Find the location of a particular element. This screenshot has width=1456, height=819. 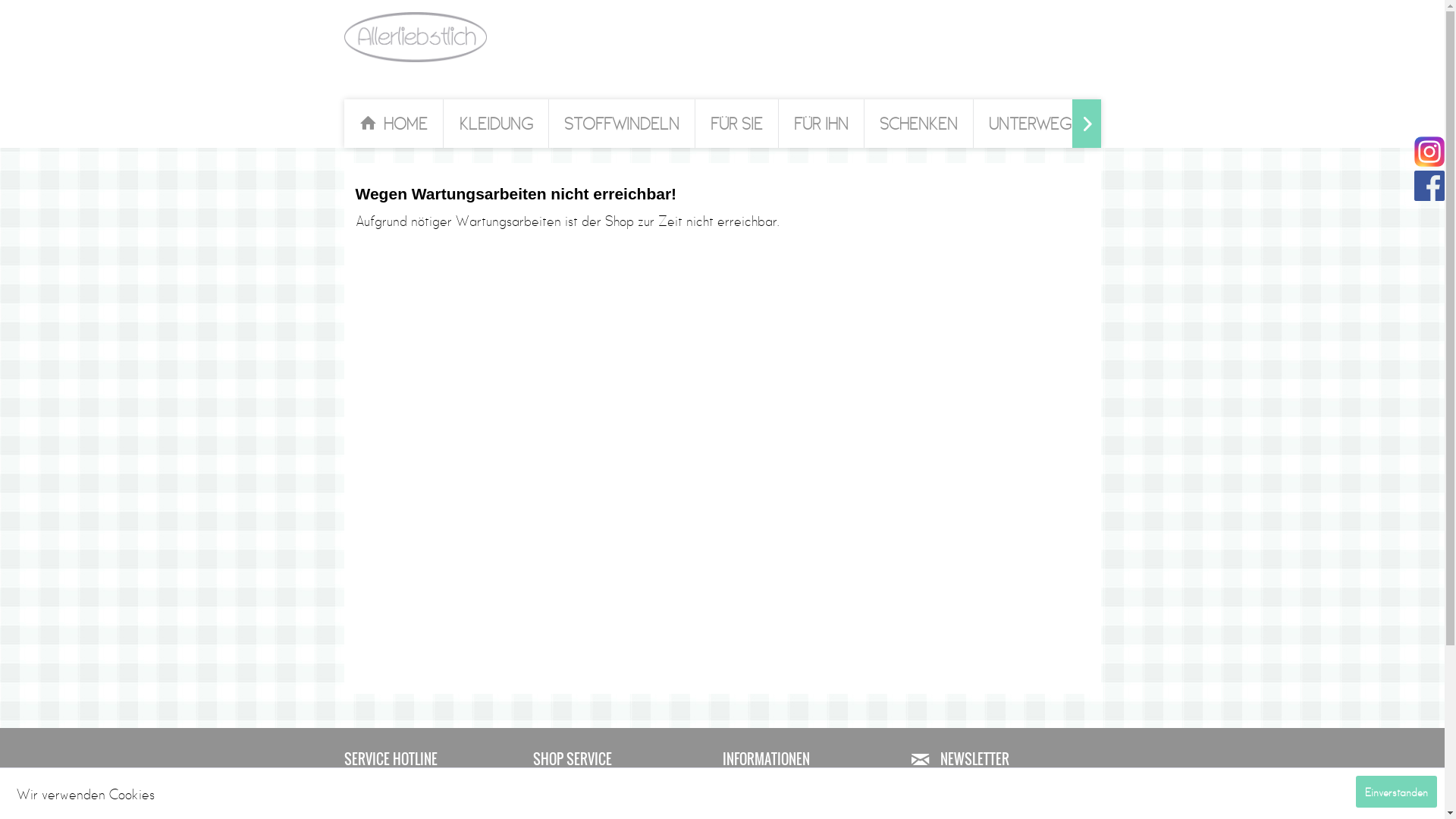

'KLEIDUNG' is located at coordinates (496, 122).